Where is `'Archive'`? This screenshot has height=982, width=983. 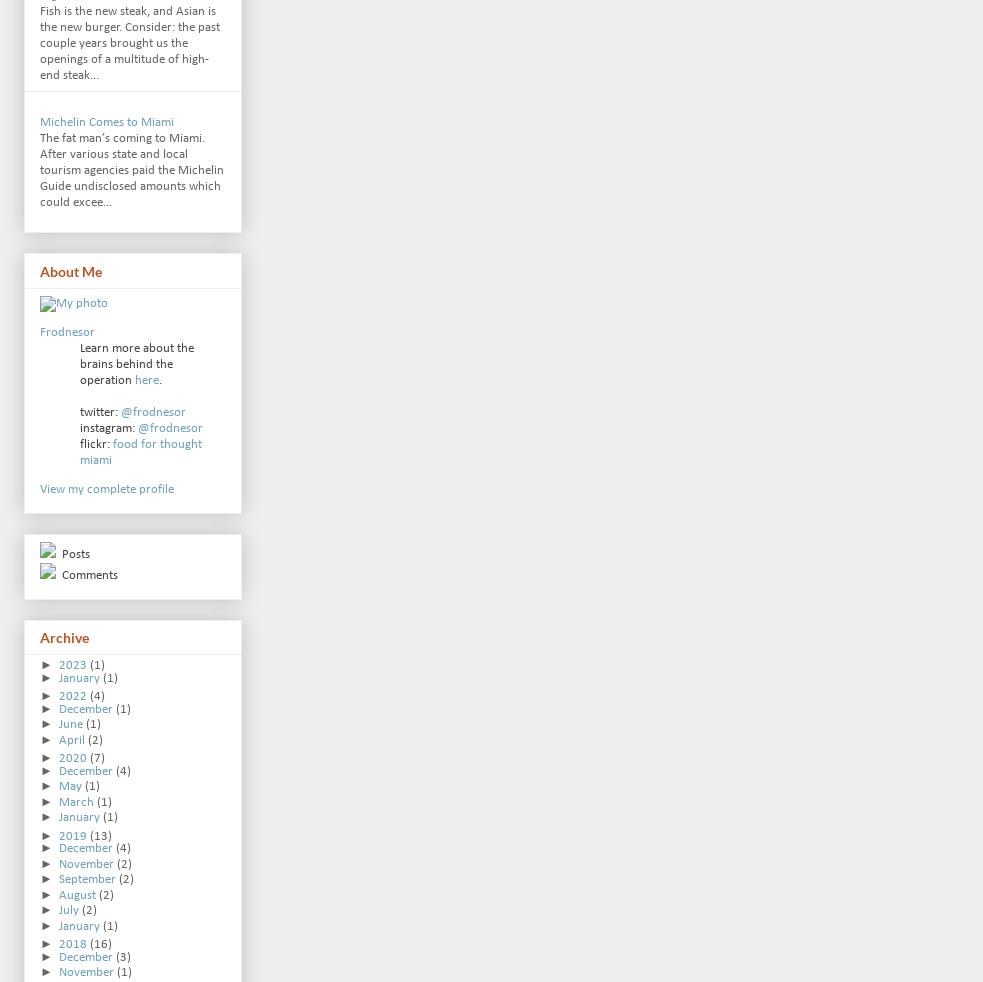 'Archive' is located at coordinates (63, 636).